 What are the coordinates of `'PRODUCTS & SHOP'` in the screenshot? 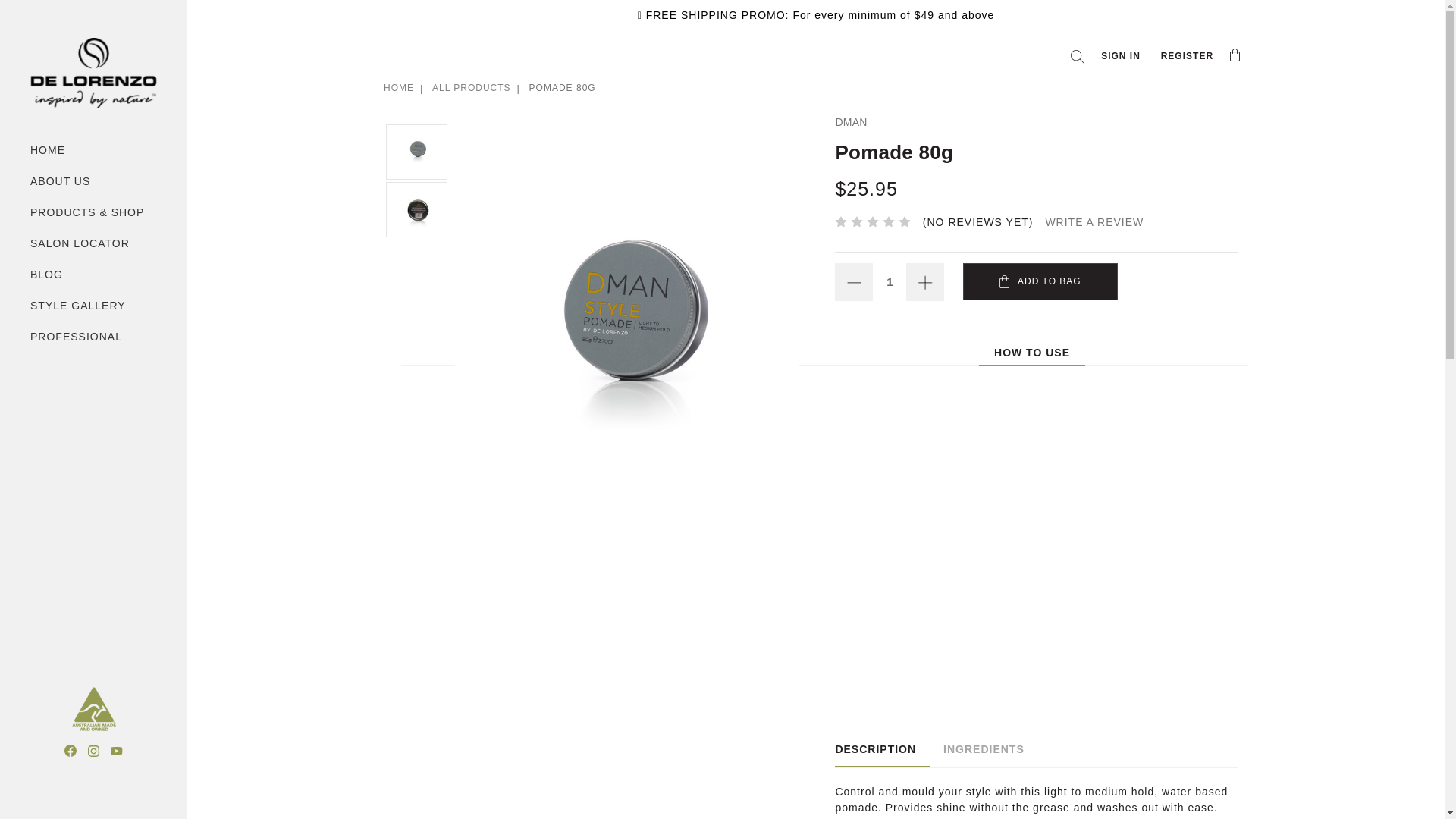 It's located at (93, 212).